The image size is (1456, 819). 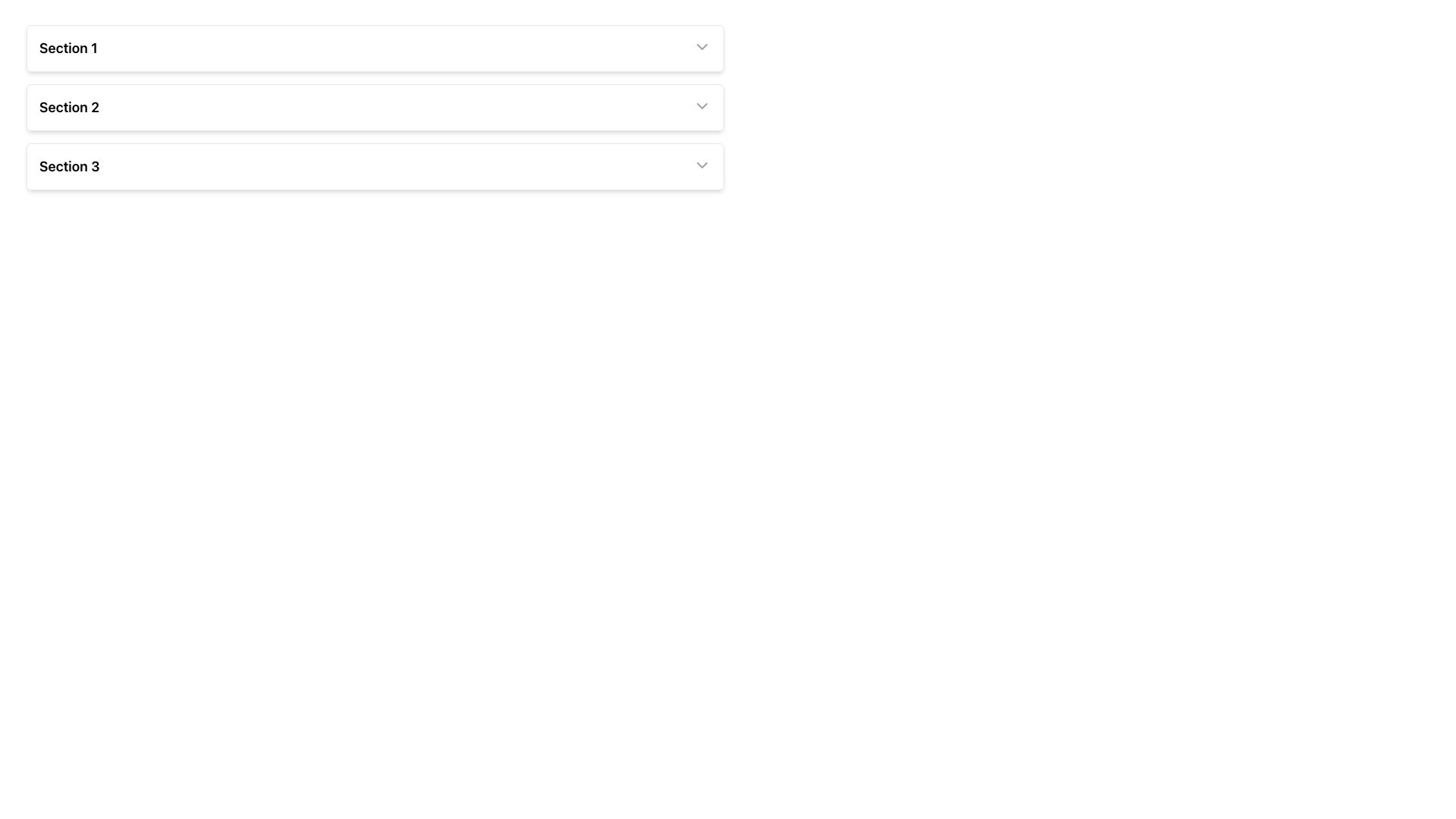 What do you see at coordinates (701, 105) in the screenshot?
I see `the collapsible dropdown button located at the far-right side of the 'Section 2' header bar` at bounding box center [701, 105].